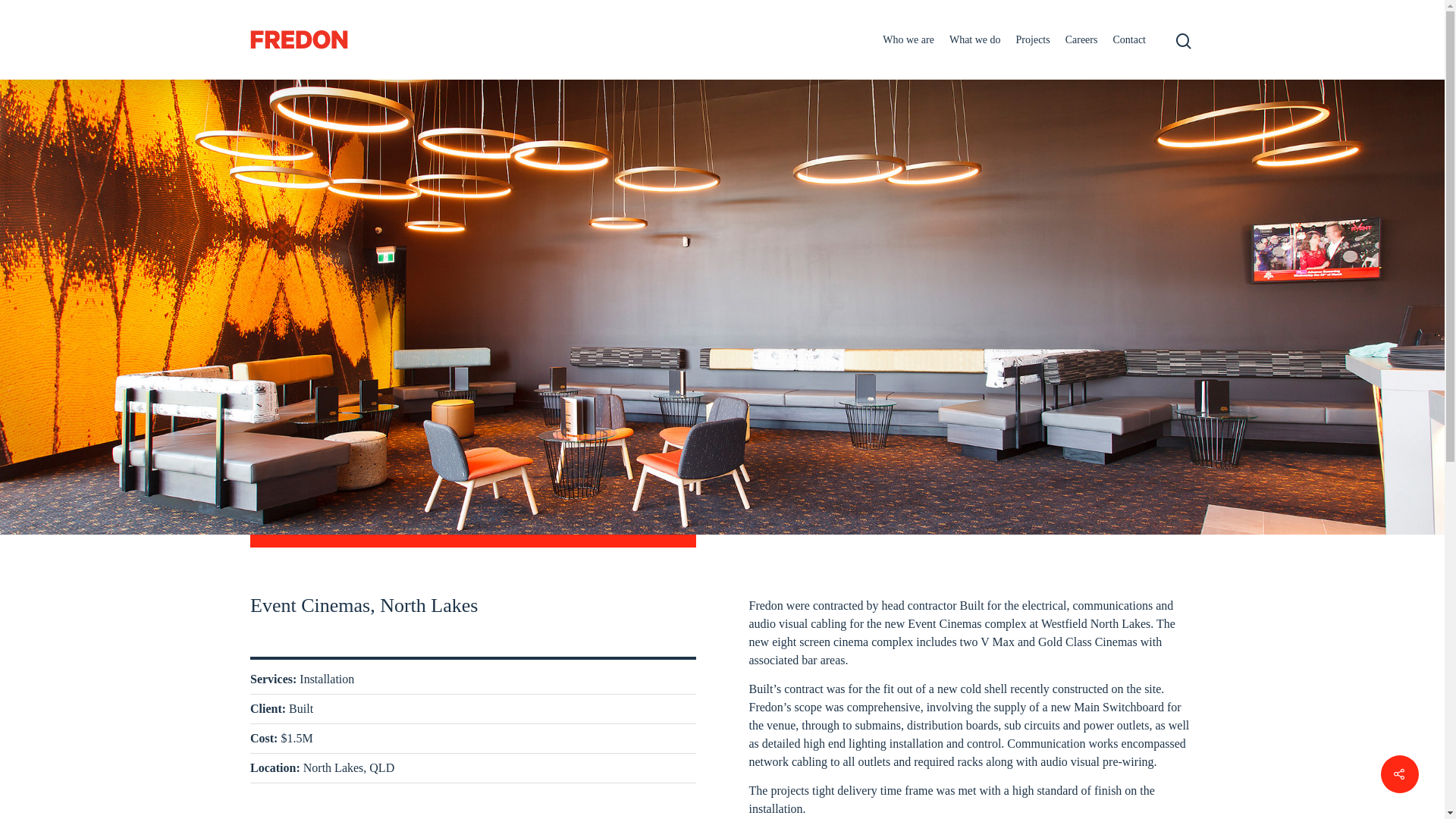 The image size is (1456, 819). I want to click on 'Contact', so click(1128, 38).